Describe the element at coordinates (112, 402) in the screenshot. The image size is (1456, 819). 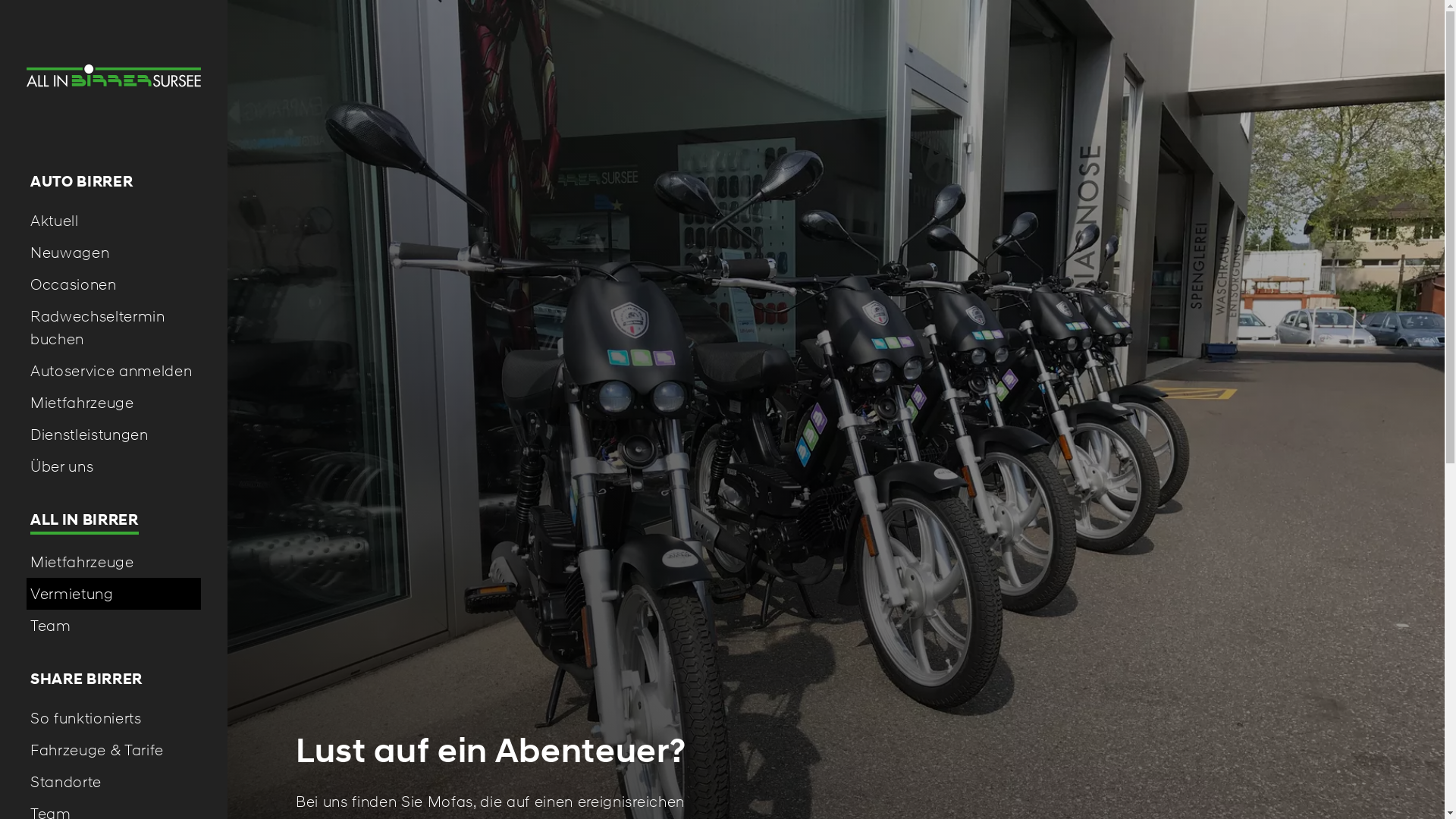
I see `'Mietfahrzeuge'` at that location.